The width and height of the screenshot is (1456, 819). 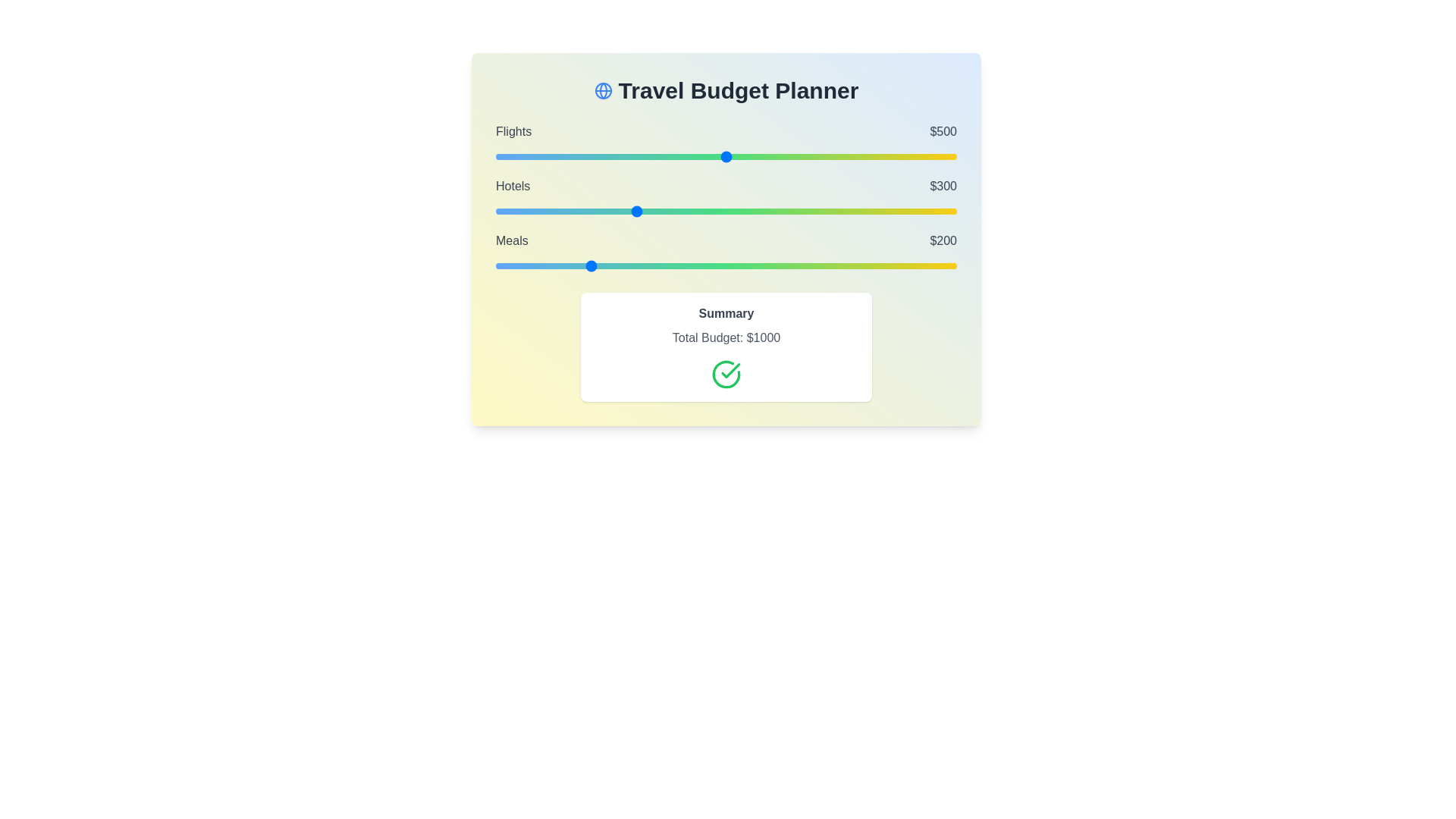 I want to click on the 'Flights' budget slider to 149, so click(x=563, y=157).